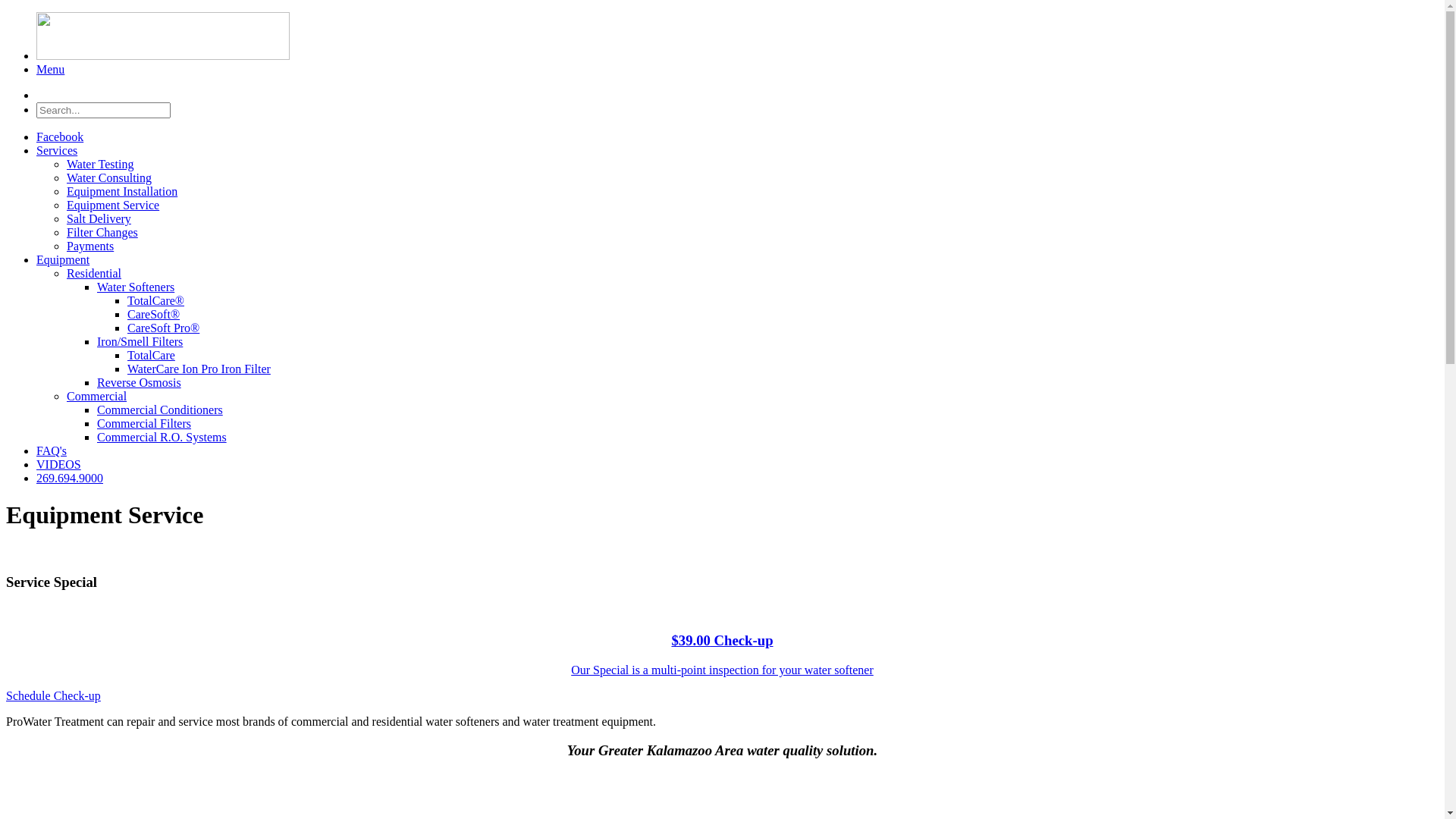  I want to click on '269.694.9000', so click(68, 478).